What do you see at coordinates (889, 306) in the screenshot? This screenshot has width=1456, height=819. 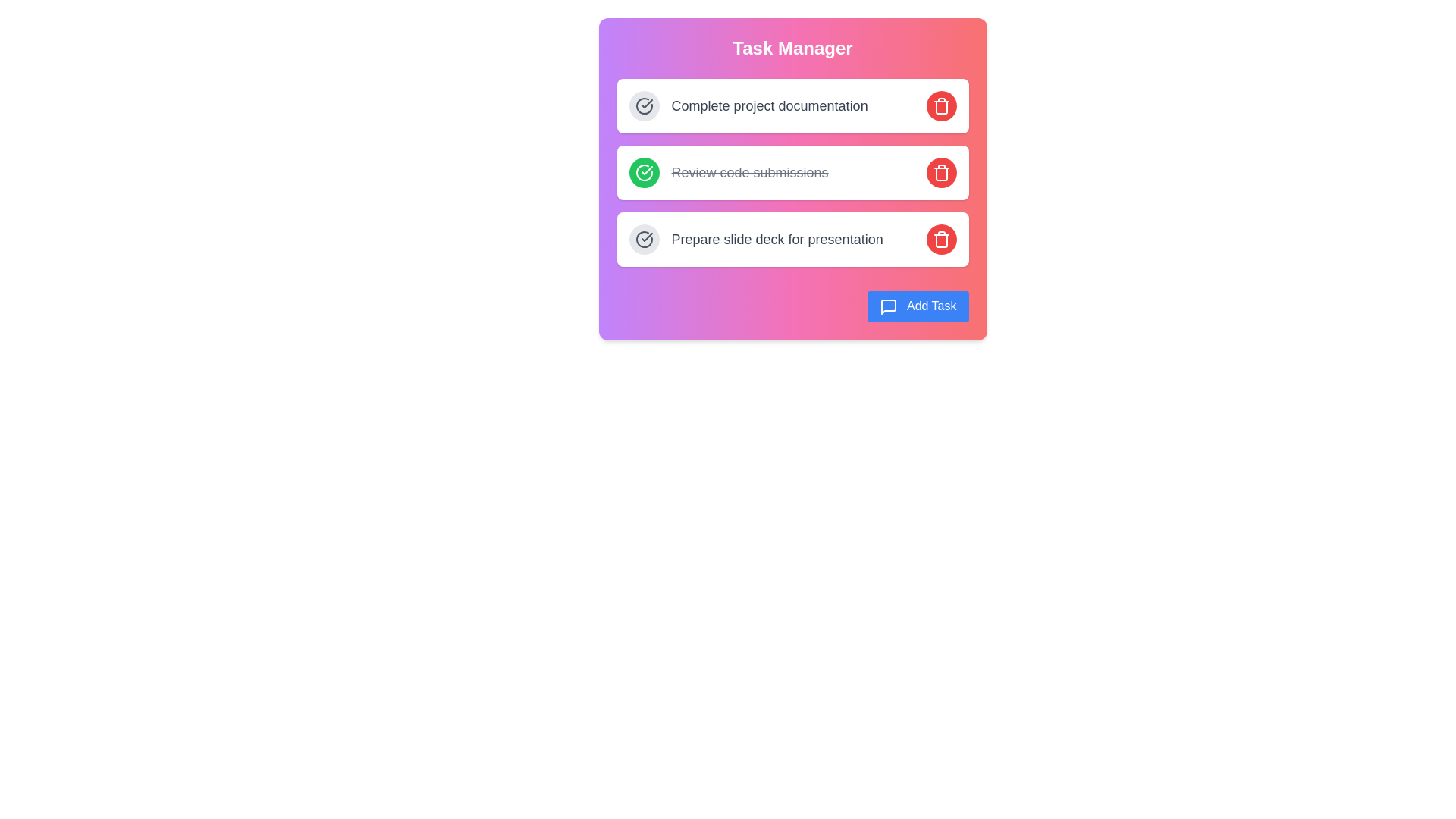 I see `the messaging icon located within the 'Add Task' button in the lower-right corner of the task manager interface` at bounding box center [889, 306].